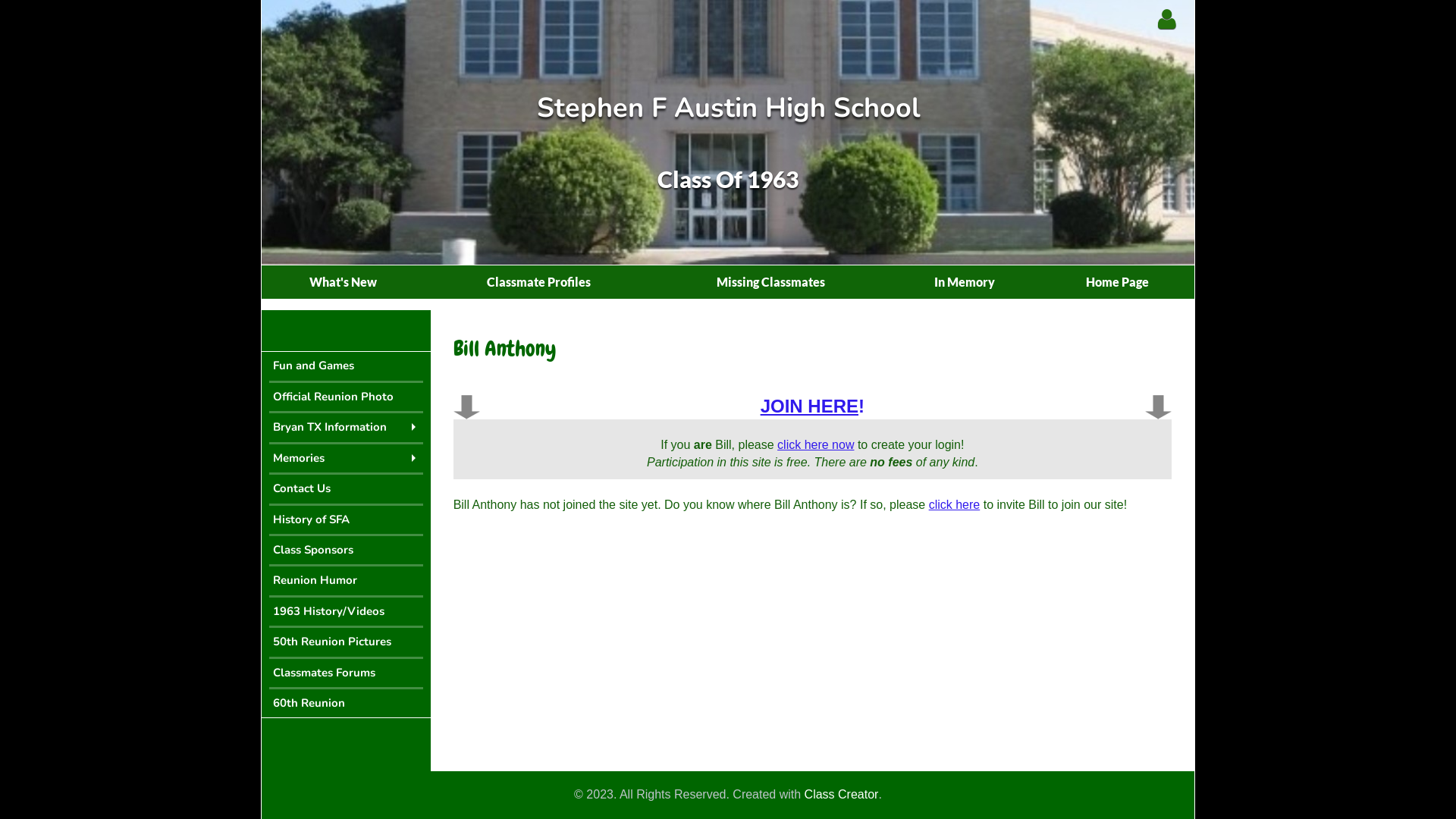  What do you see at coordinates (269, 610) in the screenshot?
I see `'1963 History/Videos'` at bounding box center [269, 610].